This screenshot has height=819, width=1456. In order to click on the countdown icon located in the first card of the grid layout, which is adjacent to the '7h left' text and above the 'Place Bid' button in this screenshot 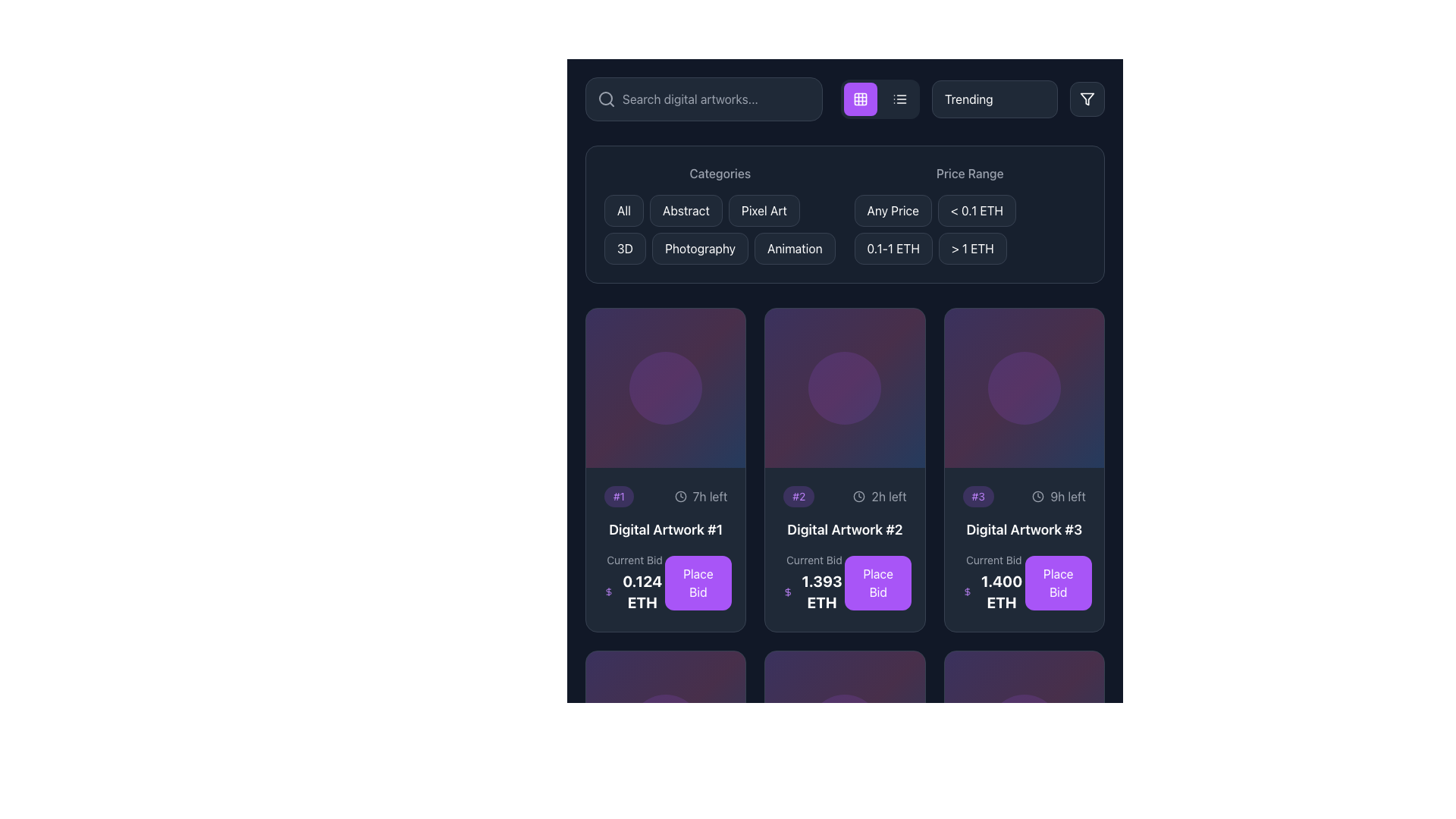, I will do `click(679, 497)`.